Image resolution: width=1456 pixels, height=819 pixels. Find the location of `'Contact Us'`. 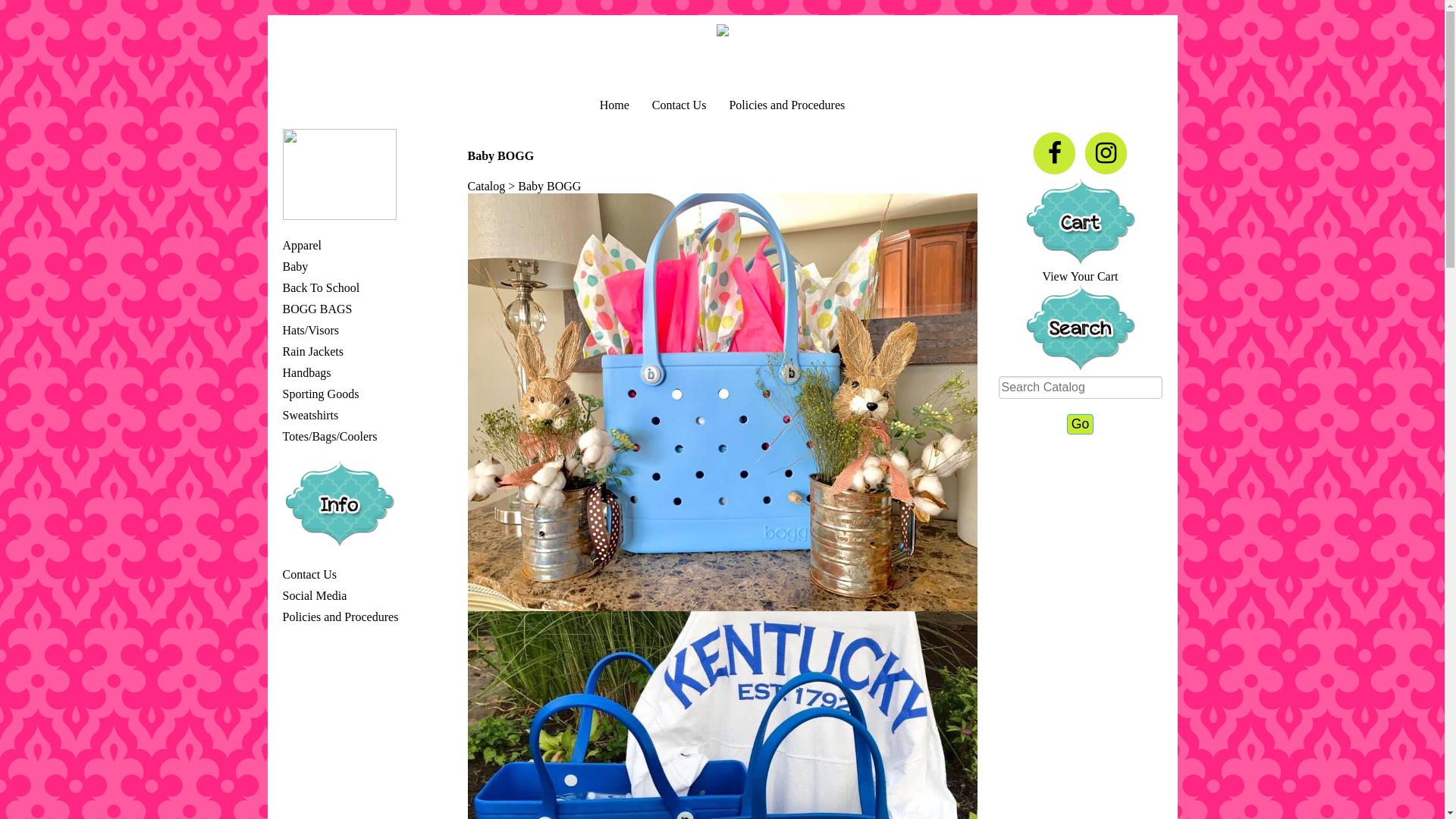

'Contact Us' is located at coordinates (651, 104).